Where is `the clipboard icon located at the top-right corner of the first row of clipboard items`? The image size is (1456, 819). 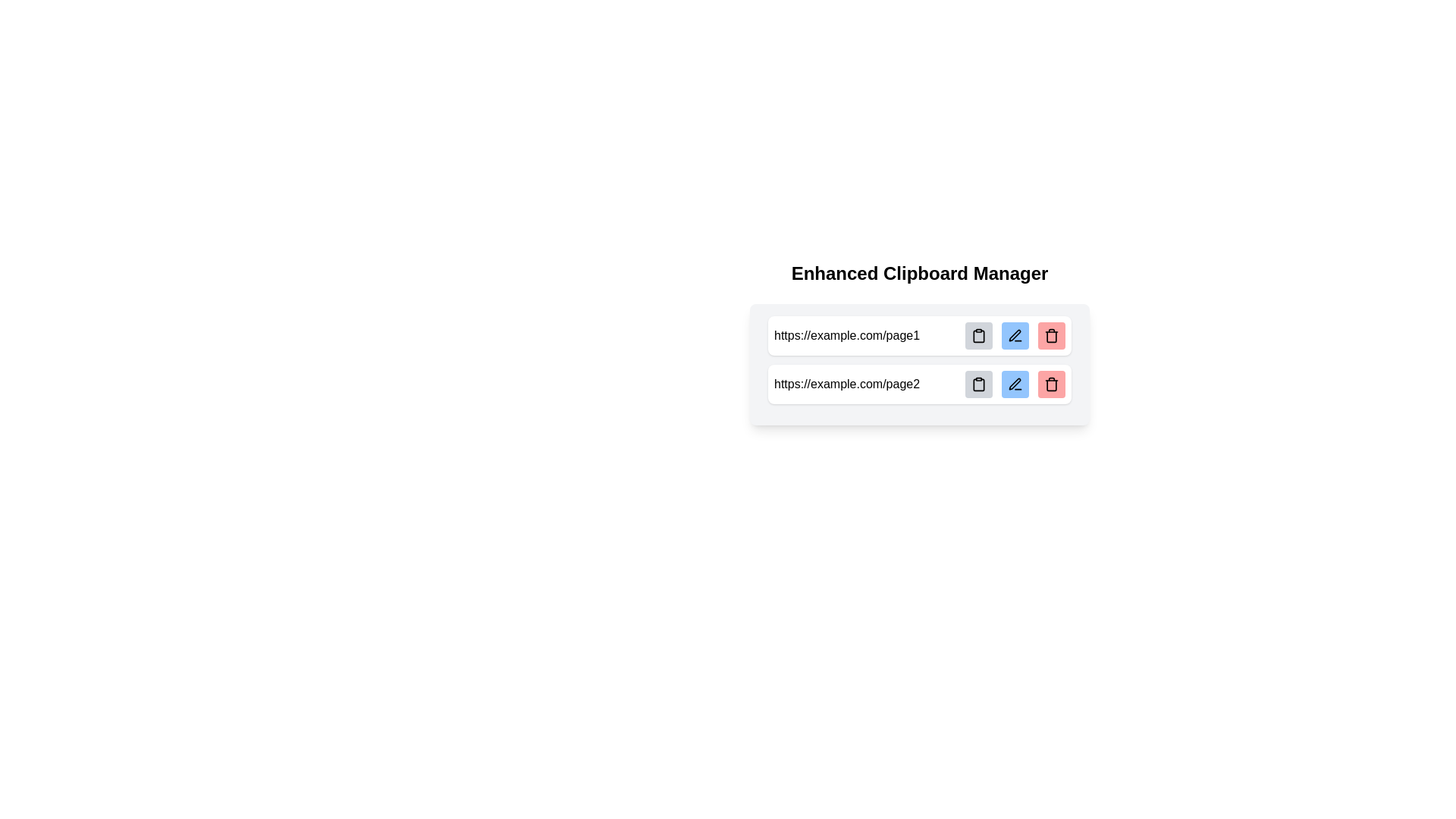
the clipboard icon located at the top-right corner of the first row of clipboard items is located at coordinates (979, 383).